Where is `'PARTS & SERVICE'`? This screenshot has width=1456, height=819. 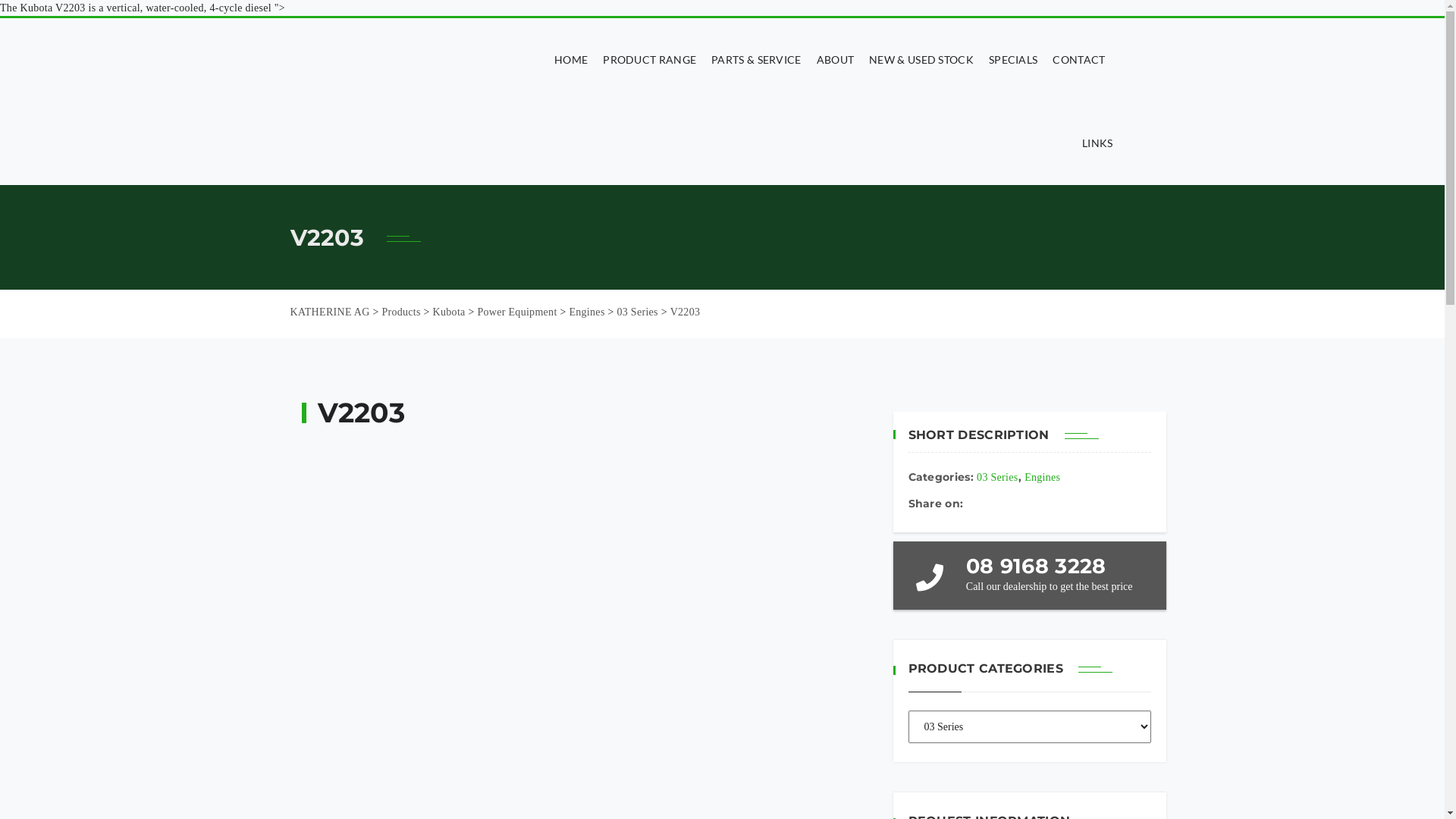 'PARTS & SERVICE' is located at coordinates (756, 58).